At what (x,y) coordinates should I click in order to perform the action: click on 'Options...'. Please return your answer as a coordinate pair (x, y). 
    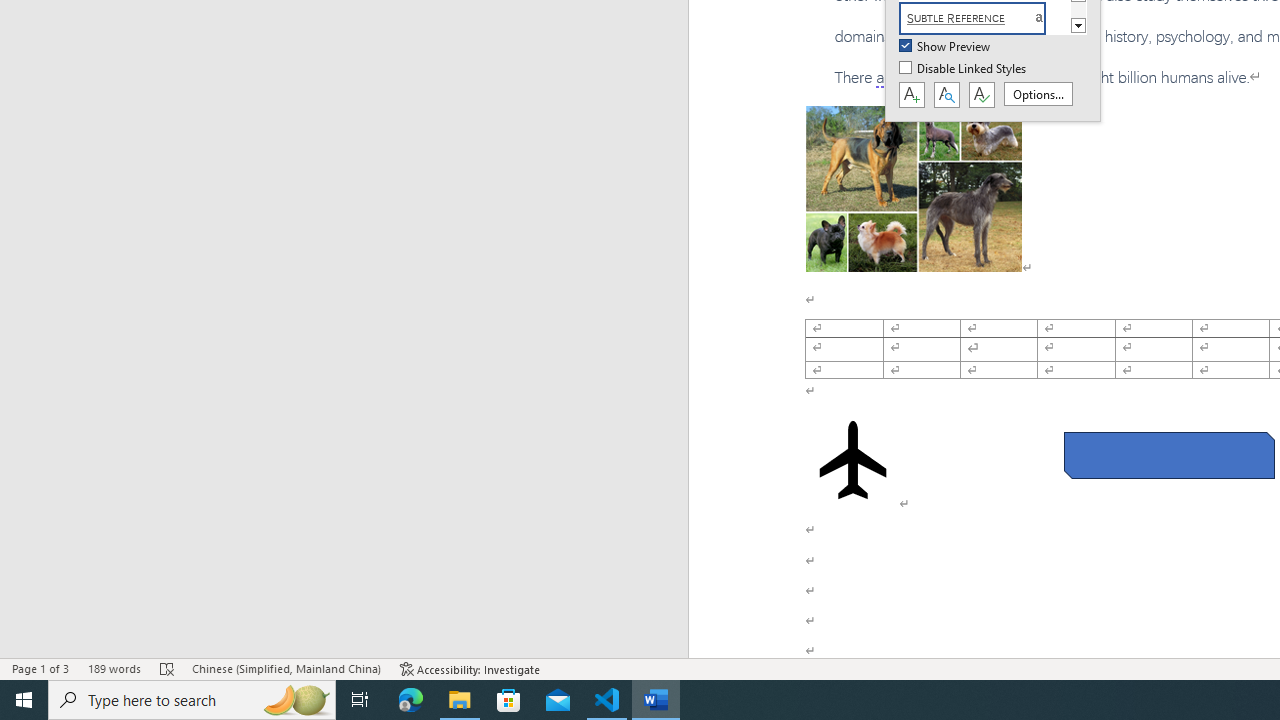
    Looking at the image, I should click on (1038, 93).